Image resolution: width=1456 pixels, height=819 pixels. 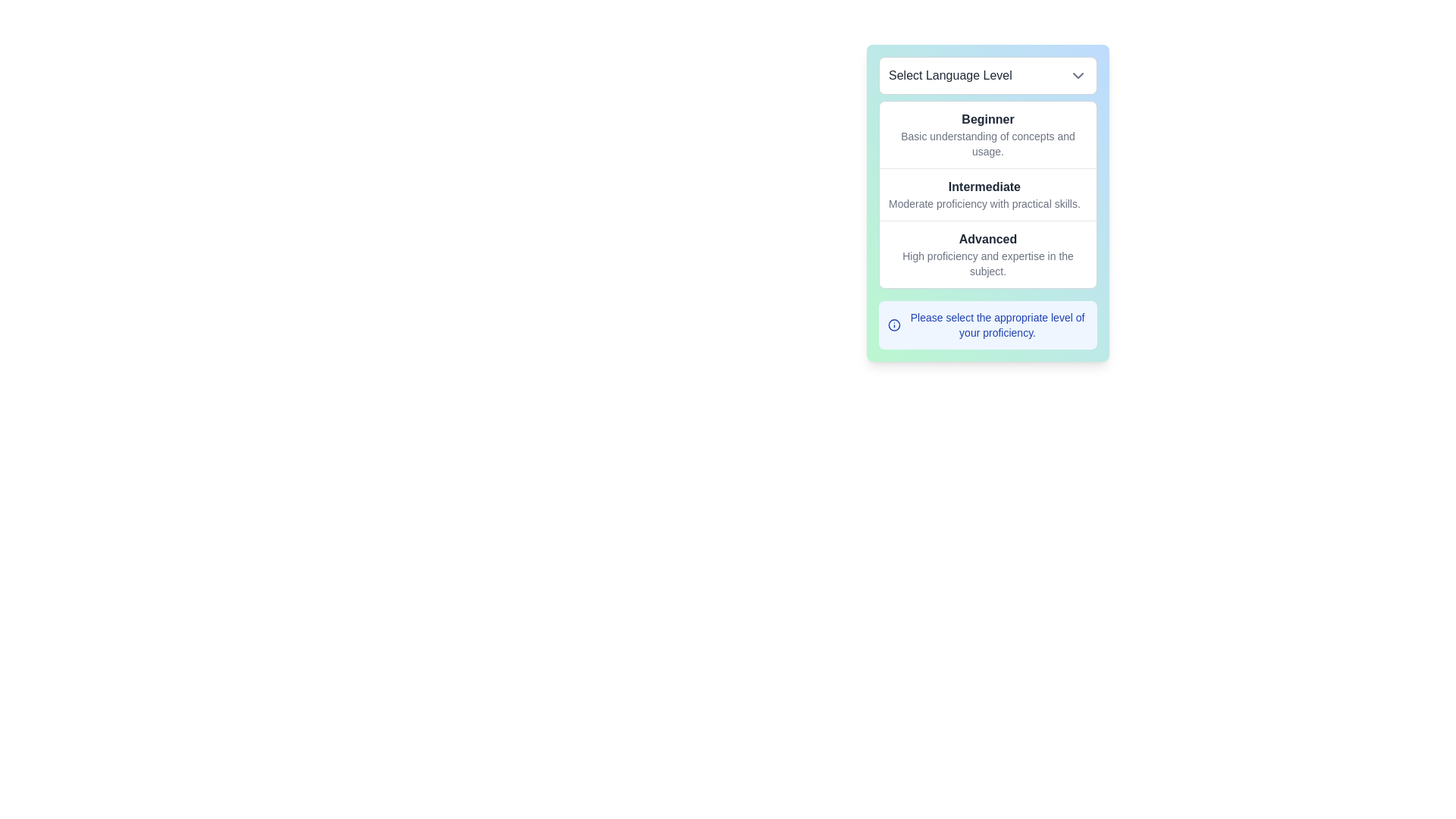 I want to click on the 'Select Language Level' dropdown menu option, so click(x=987, y=202).